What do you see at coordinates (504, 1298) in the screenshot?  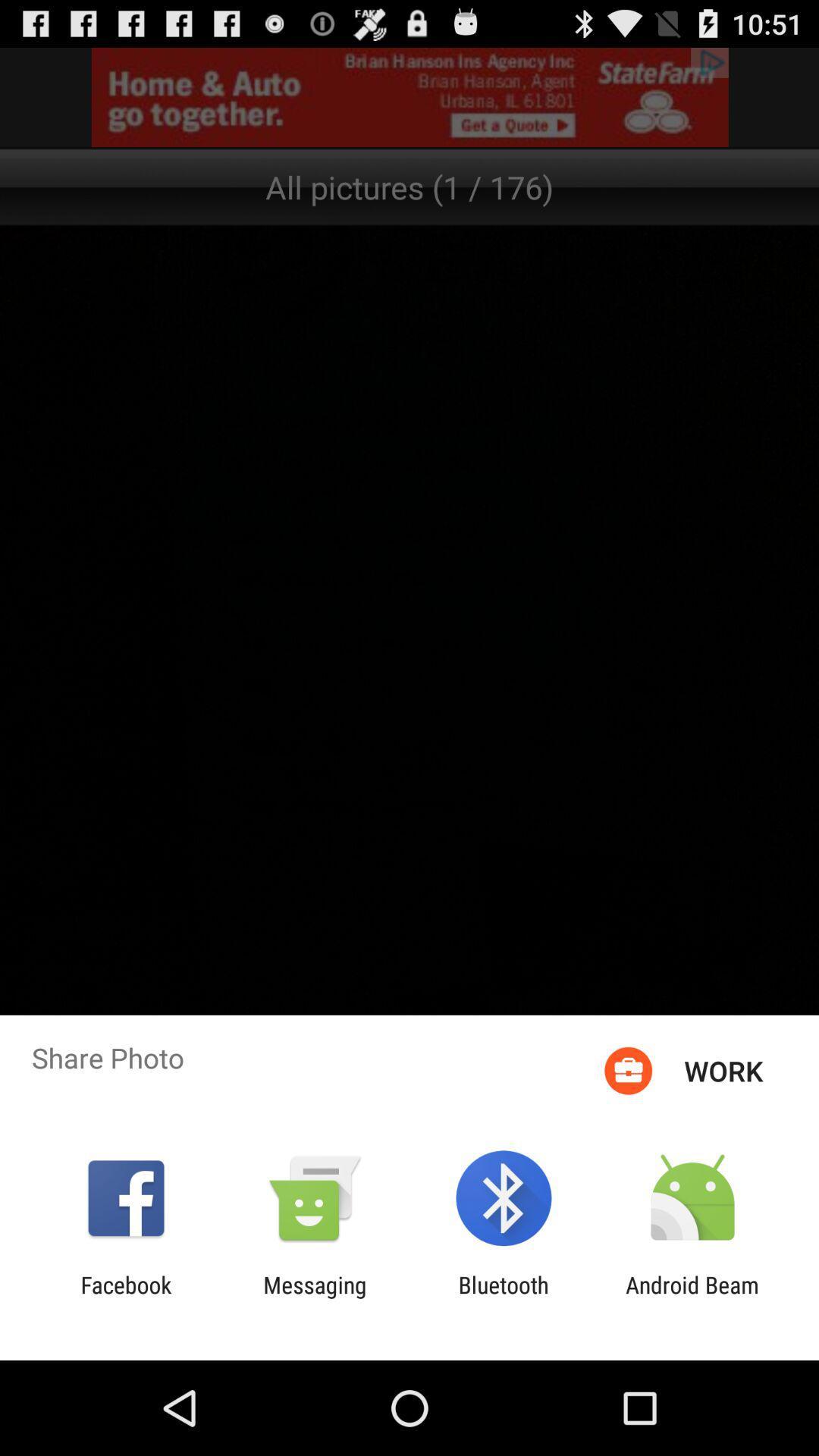 I see `the item to the left of the android beam item` at bounding box center [504, 1298].